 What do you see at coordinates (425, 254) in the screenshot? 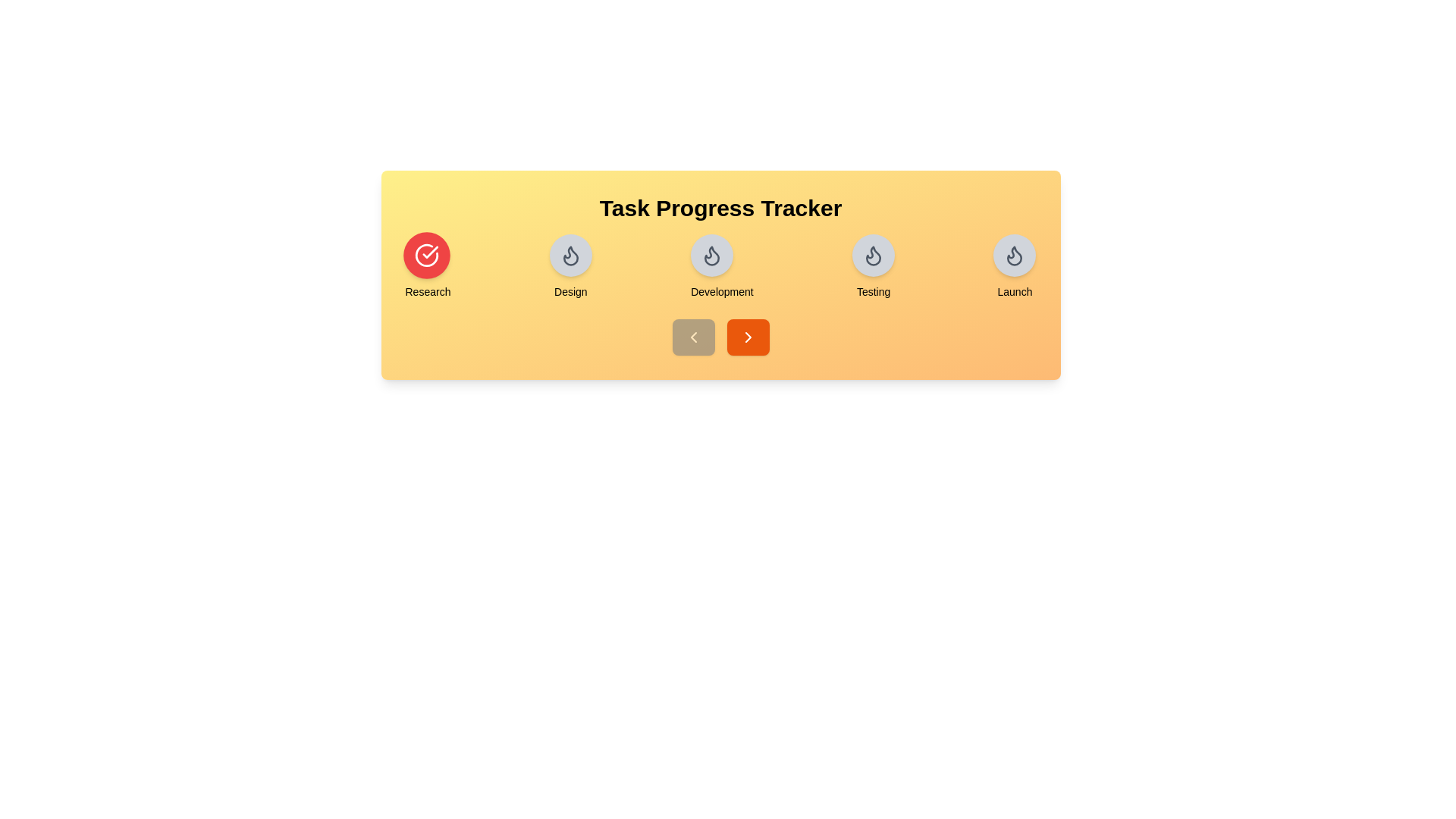
I see `the status of the task completion indicator icon located leftmost in the row beneath the 'Research' text, which signifies that the 'Research' stage is completed` at bounding box center [425, 254].